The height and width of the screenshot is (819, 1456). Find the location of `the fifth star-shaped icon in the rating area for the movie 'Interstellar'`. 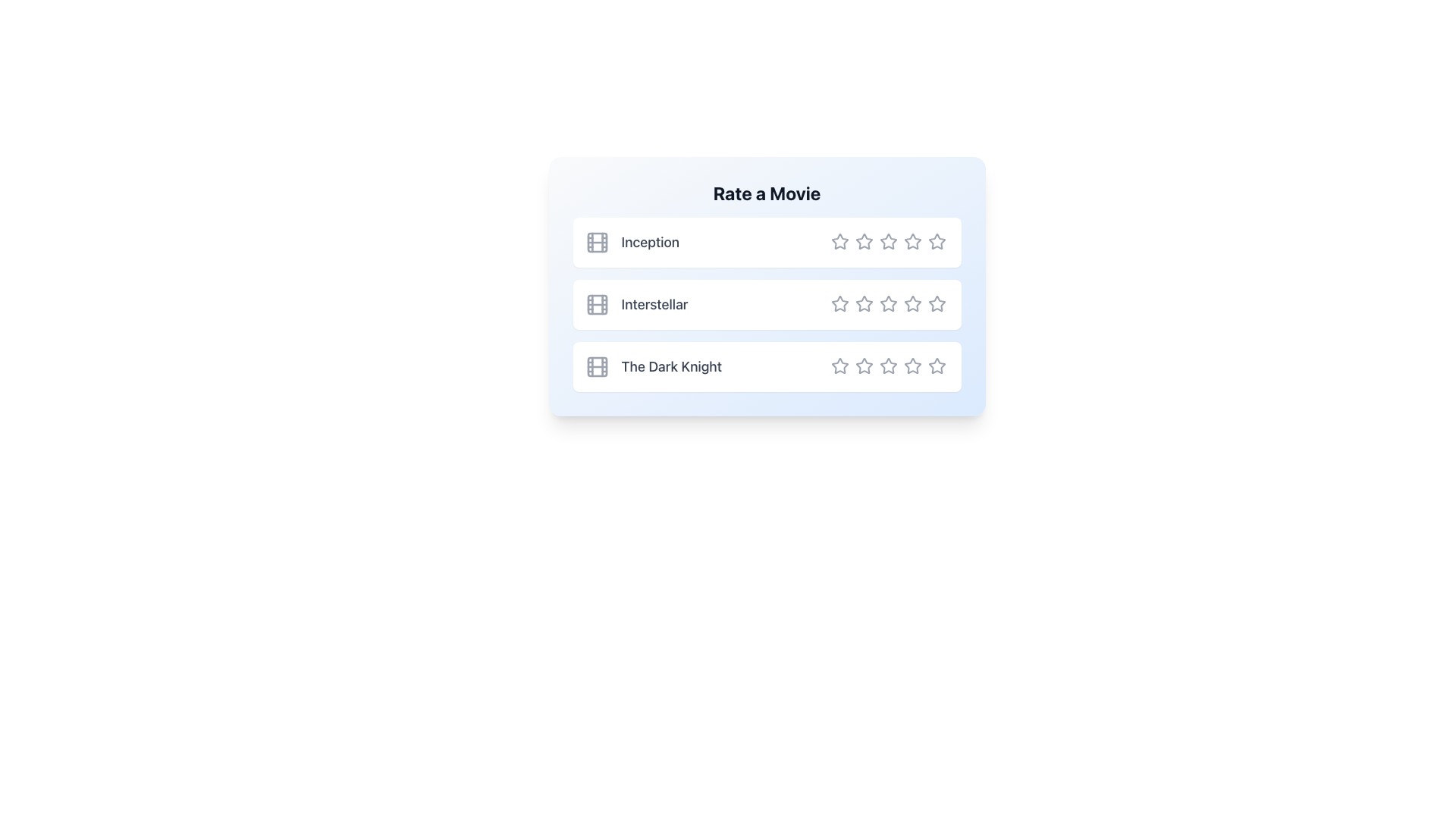

the fifth star-shaped icon in the rating area for the movie 'Interstellar' is located at coordinates (936, 304).